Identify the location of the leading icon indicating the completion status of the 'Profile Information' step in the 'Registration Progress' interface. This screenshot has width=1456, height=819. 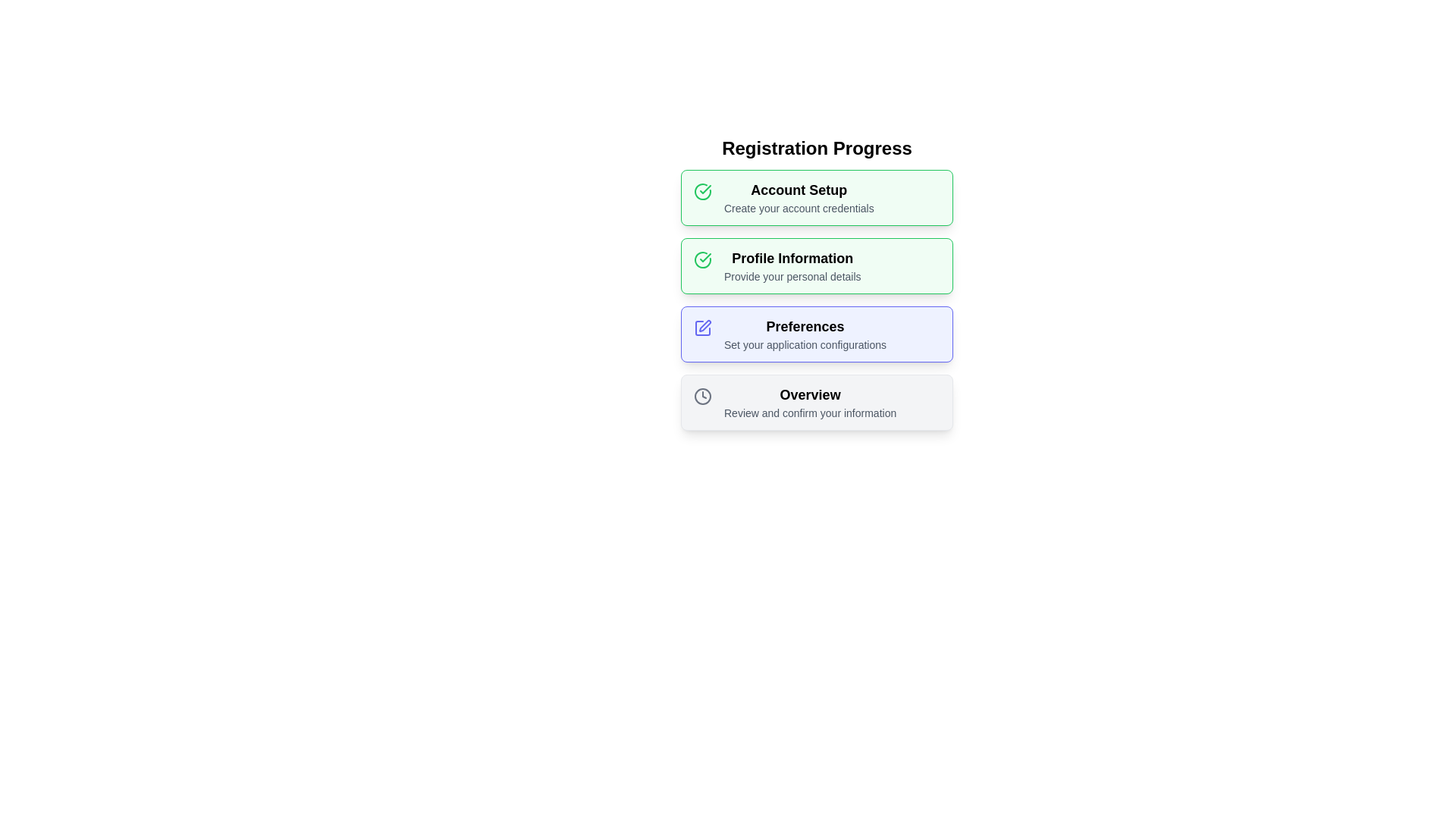
(701, 259).